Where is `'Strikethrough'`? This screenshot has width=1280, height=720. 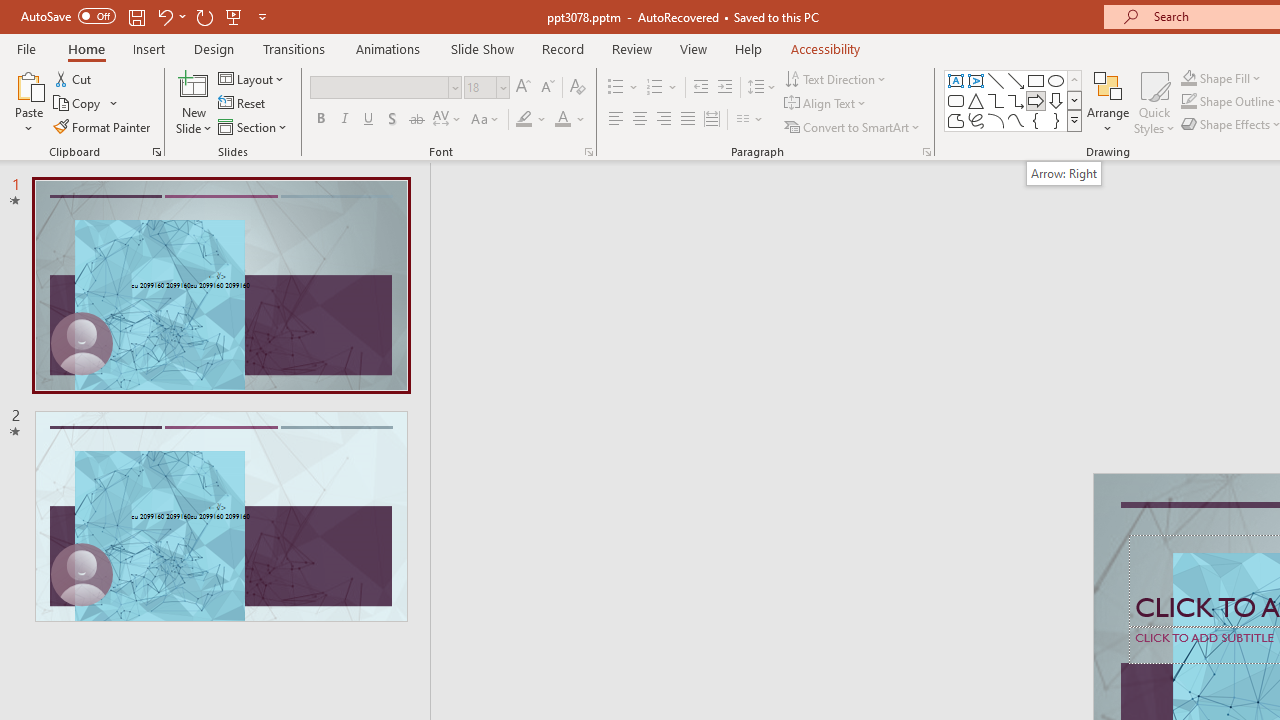
'Strikethrough' is located at coordinates (415, 119).